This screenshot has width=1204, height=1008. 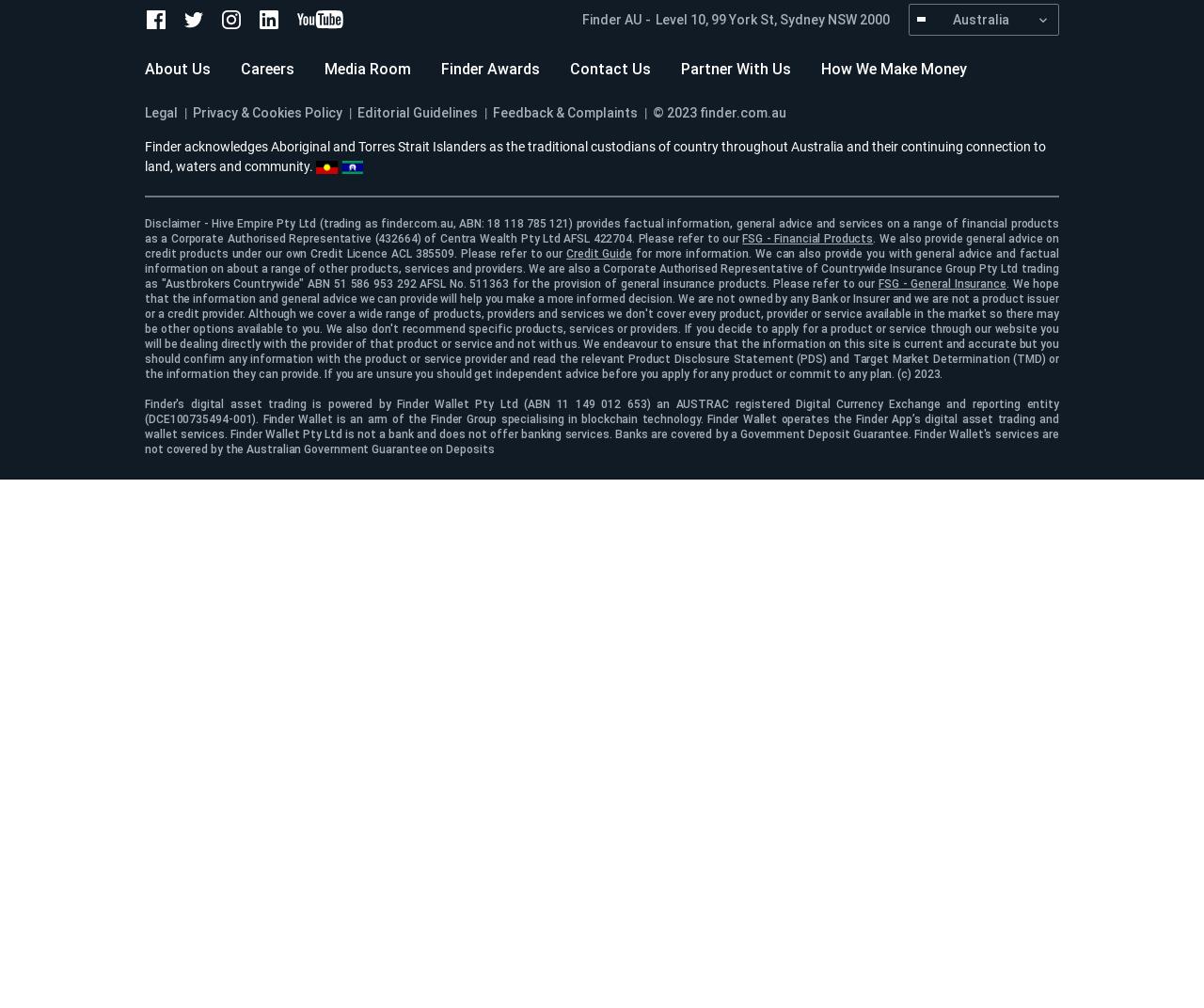 I want to click on 'FSG - General Insurance', so click(x=942, y=282).